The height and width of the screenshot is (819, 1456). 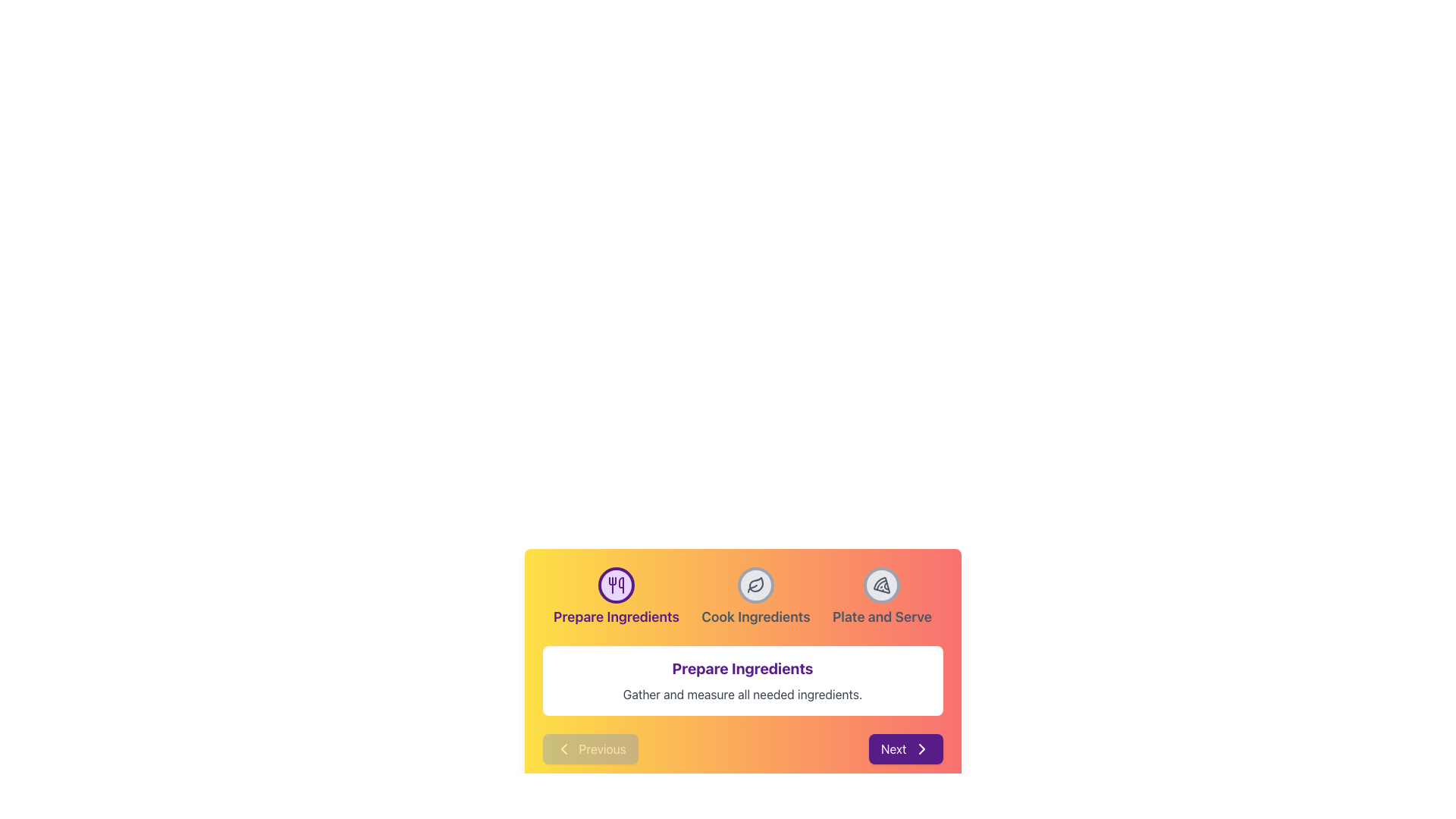 I want to click on the 'Plate and Serve' label and icon, which is positioned as the third step in a horizontal sequence, located to the right of 'Cook Ingredients', so click(x=882, y=596).